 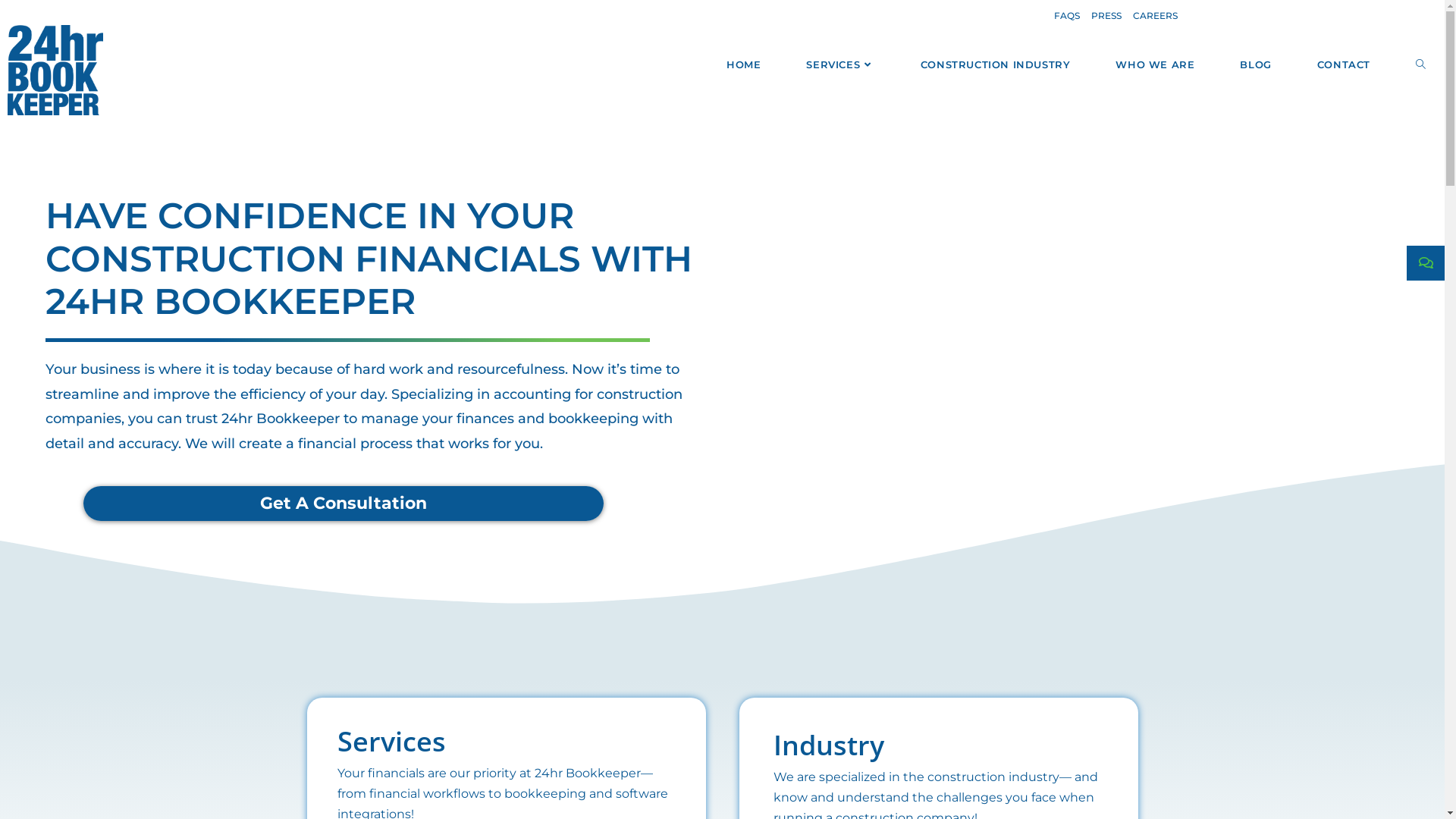 What do you see at coordinates (839, 63) in the screenshot?
I see `'SERVICES'` at bounding box center [839, 63].